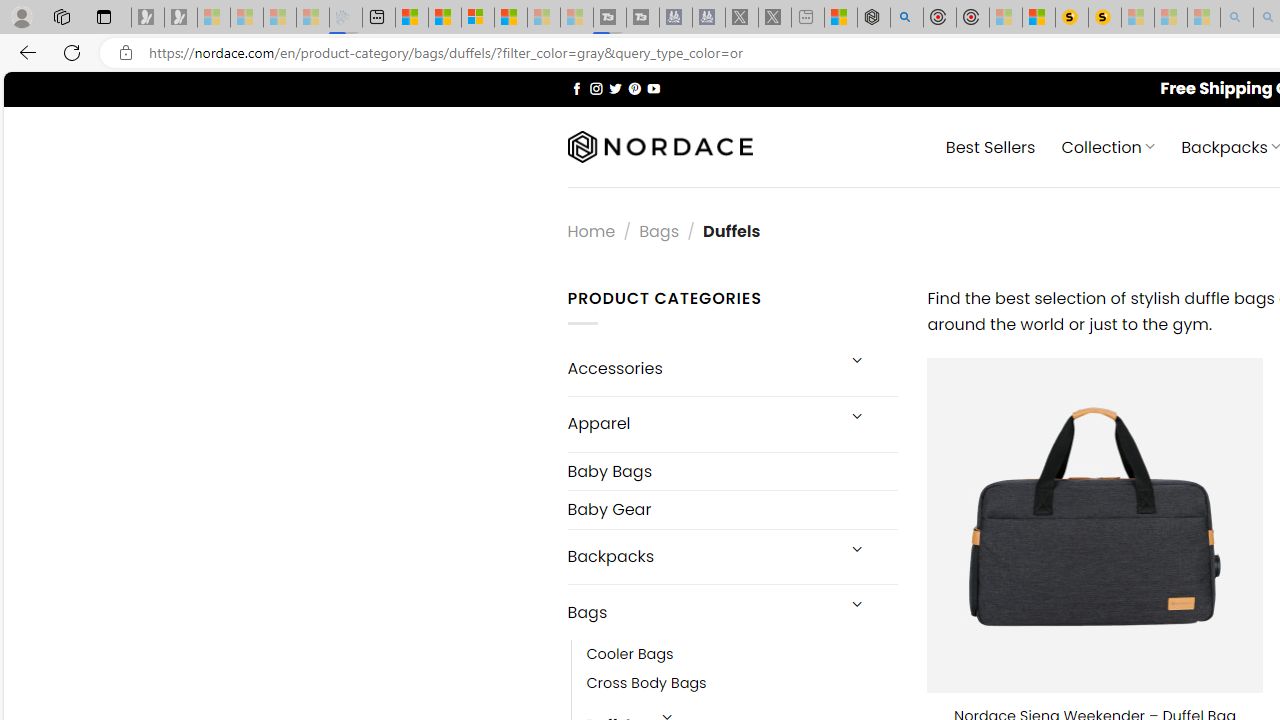  I want to click on 'Streaming Coverage | T3 - Sleeping', so click(608, 17).